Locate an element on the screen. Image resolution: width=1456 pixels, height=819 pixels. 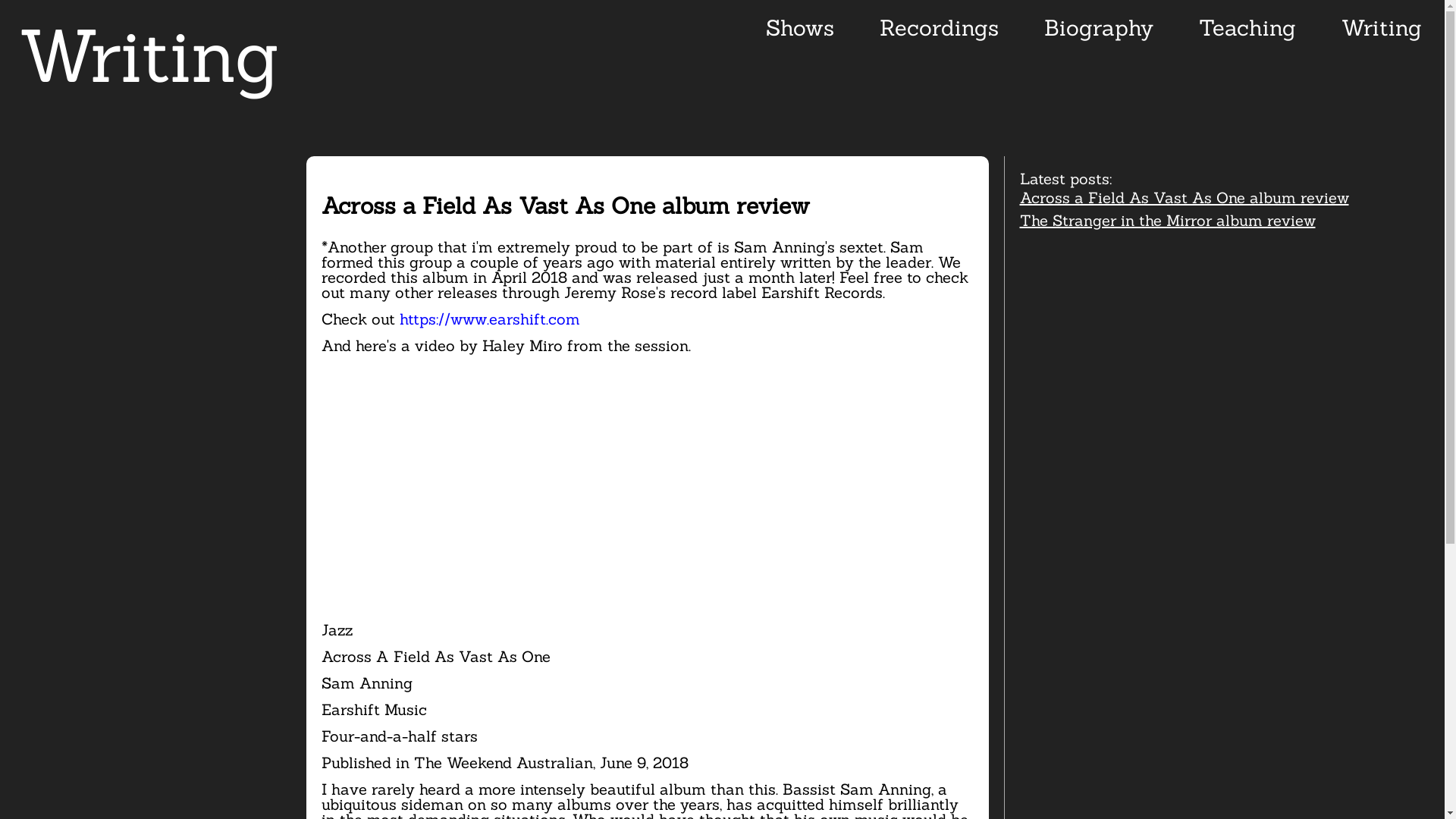
'Recordings' is located at coordinates (938, 27).